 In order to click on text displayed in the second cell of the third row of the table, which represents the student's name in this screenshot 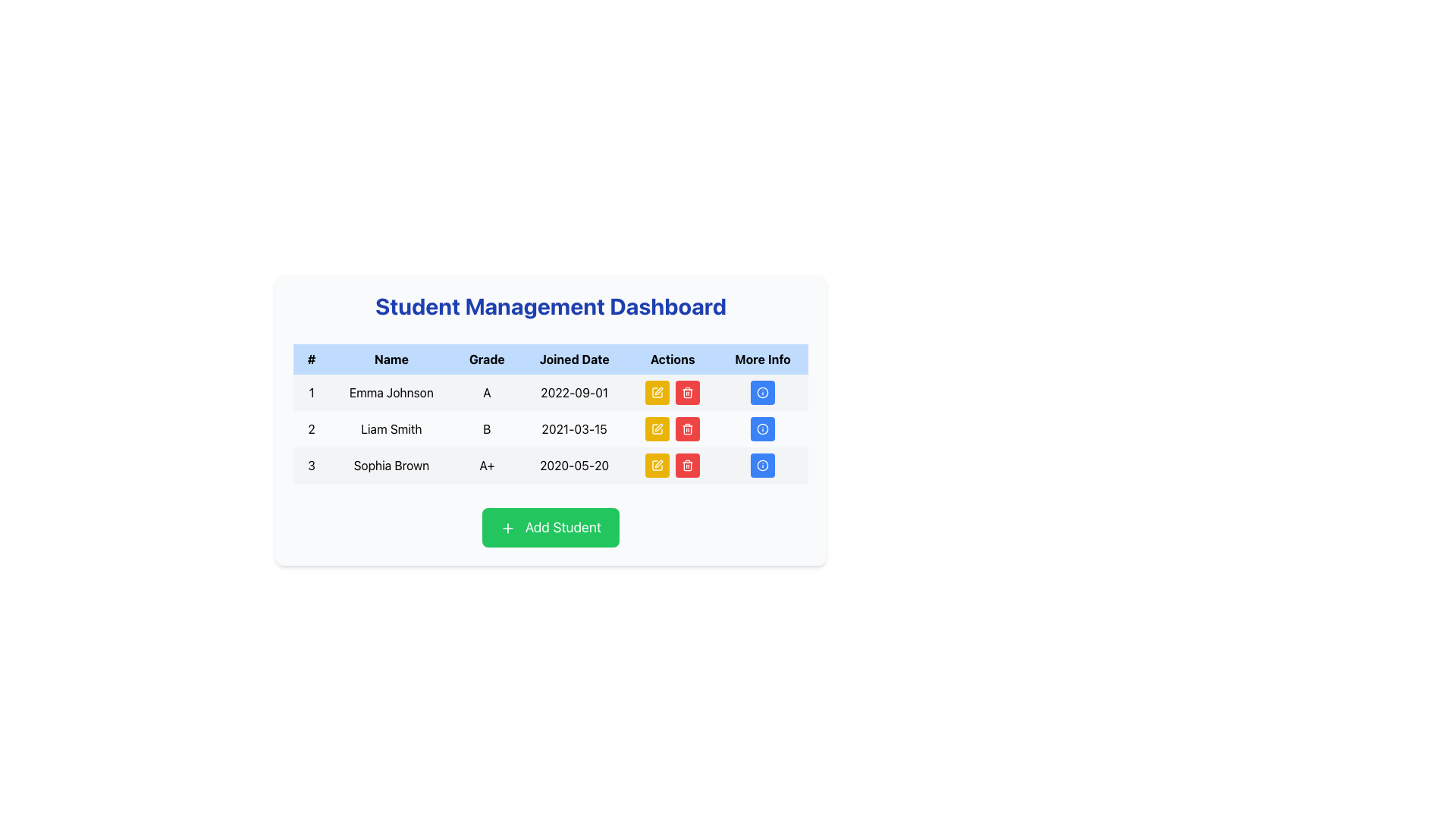, I will do `click(391, 464)`.